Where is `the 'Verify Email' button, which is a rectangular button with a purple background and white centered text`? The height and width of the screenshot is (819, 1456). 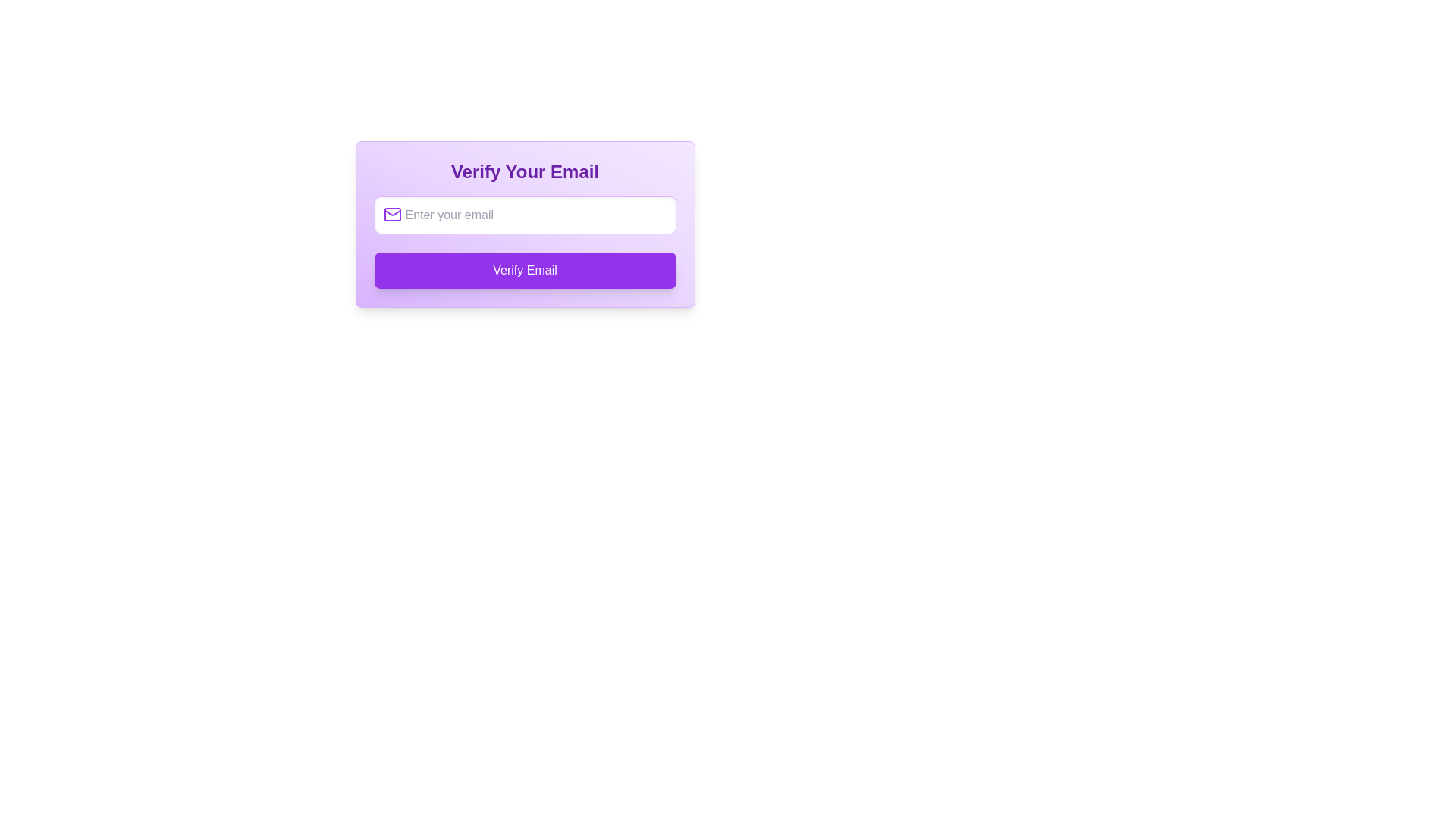
the 'Verify Email' button, which is a rectangular button with a purple background and white centered text is located at coordinates (525, 270).